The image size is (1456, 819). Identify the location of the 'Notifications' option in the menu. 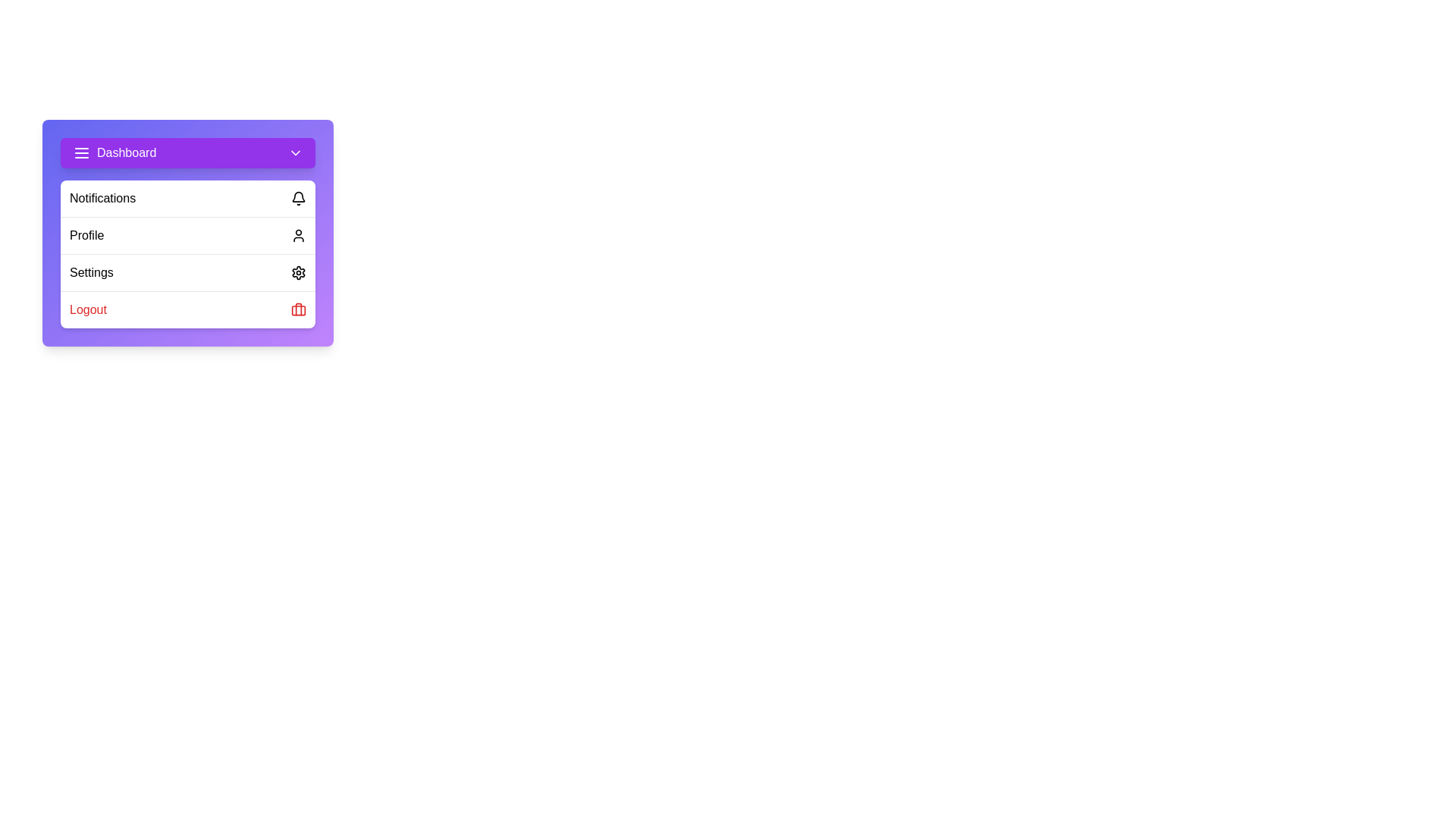
(187, 198).